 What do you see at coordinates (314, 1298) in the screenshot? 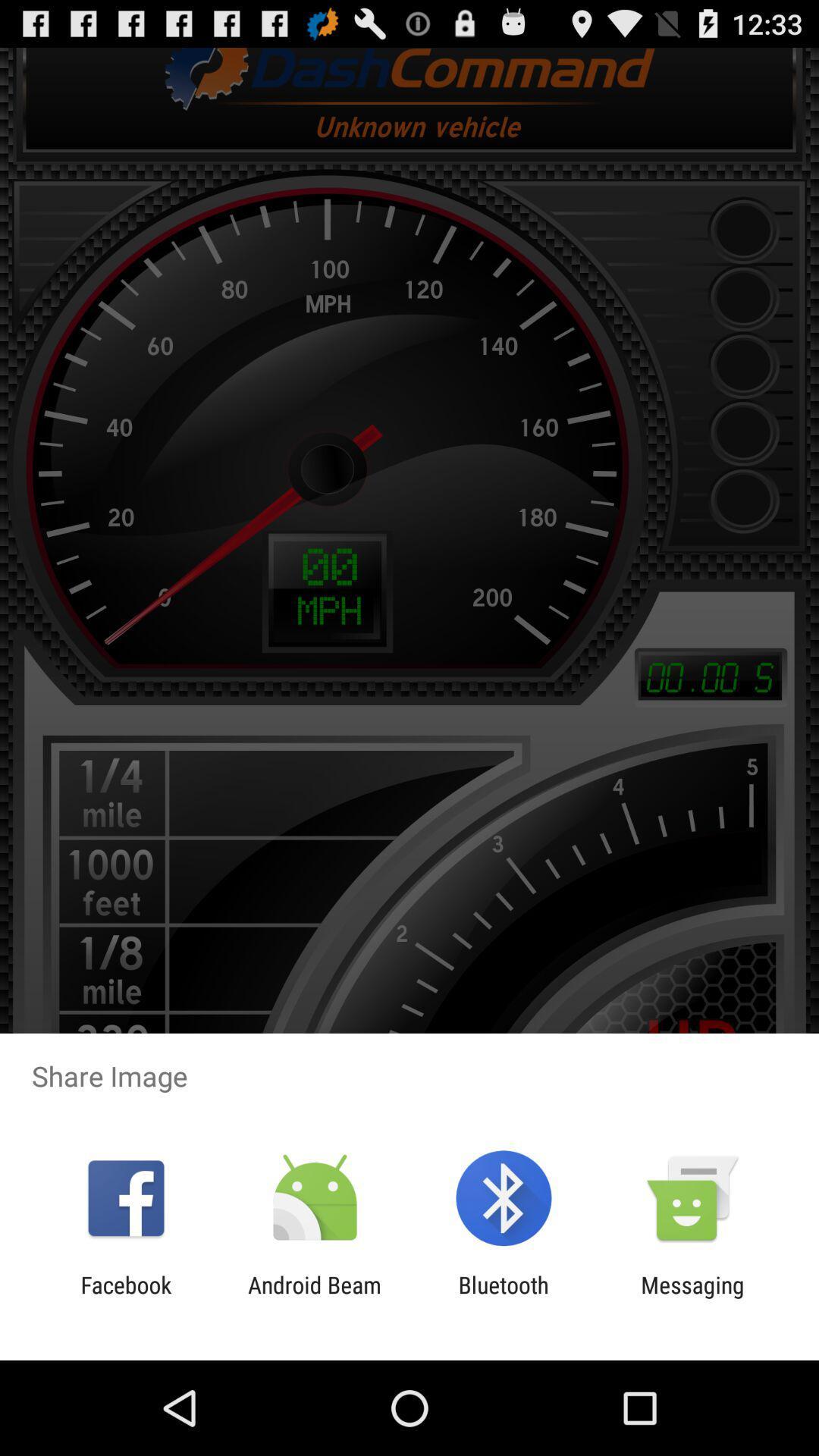
I see `the android beam item` at bounding box center [314, 1298].